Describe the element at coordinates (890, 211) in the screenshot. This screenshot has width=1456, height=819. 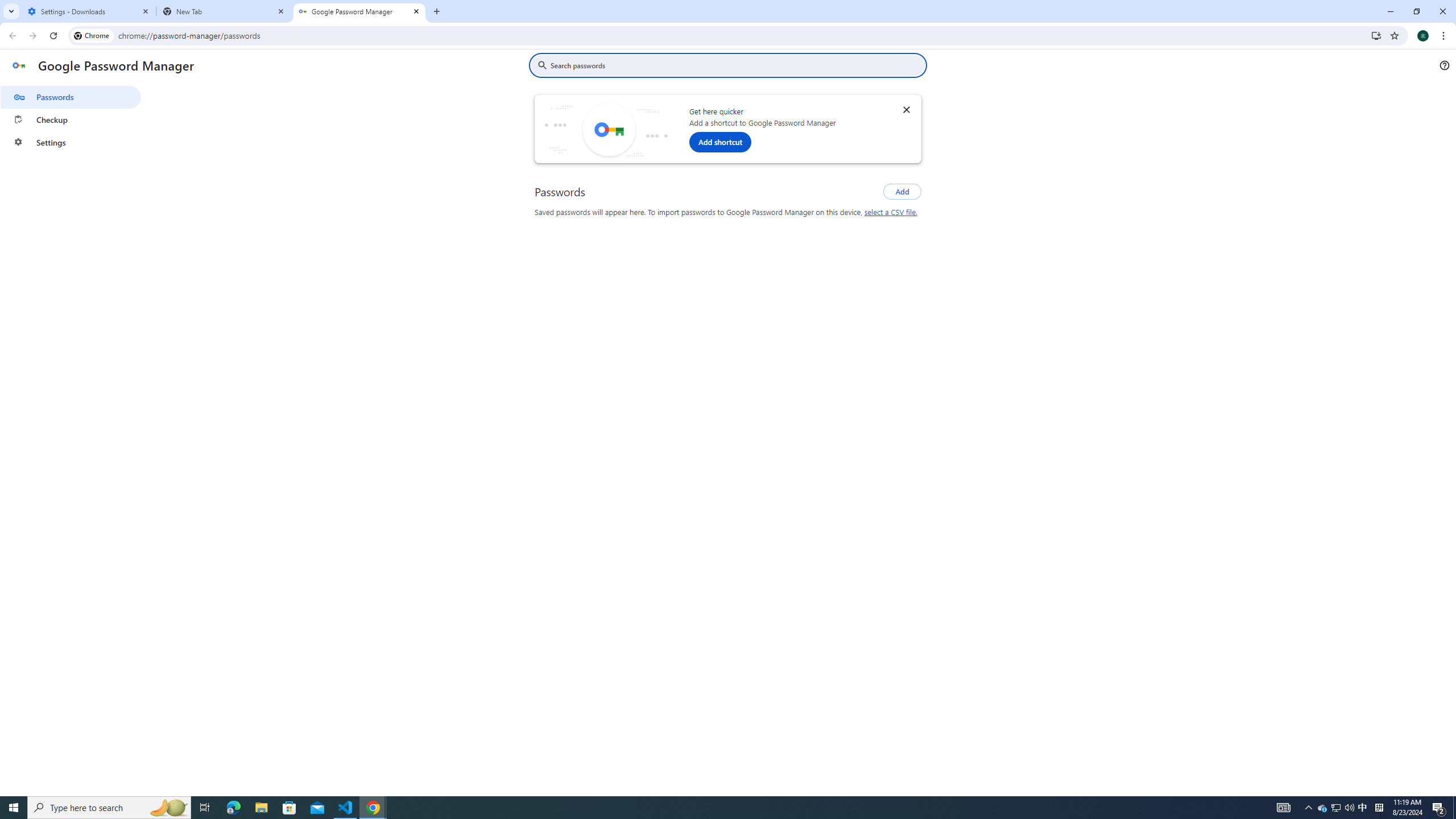
I see `'select a CSV file.'` at that location.